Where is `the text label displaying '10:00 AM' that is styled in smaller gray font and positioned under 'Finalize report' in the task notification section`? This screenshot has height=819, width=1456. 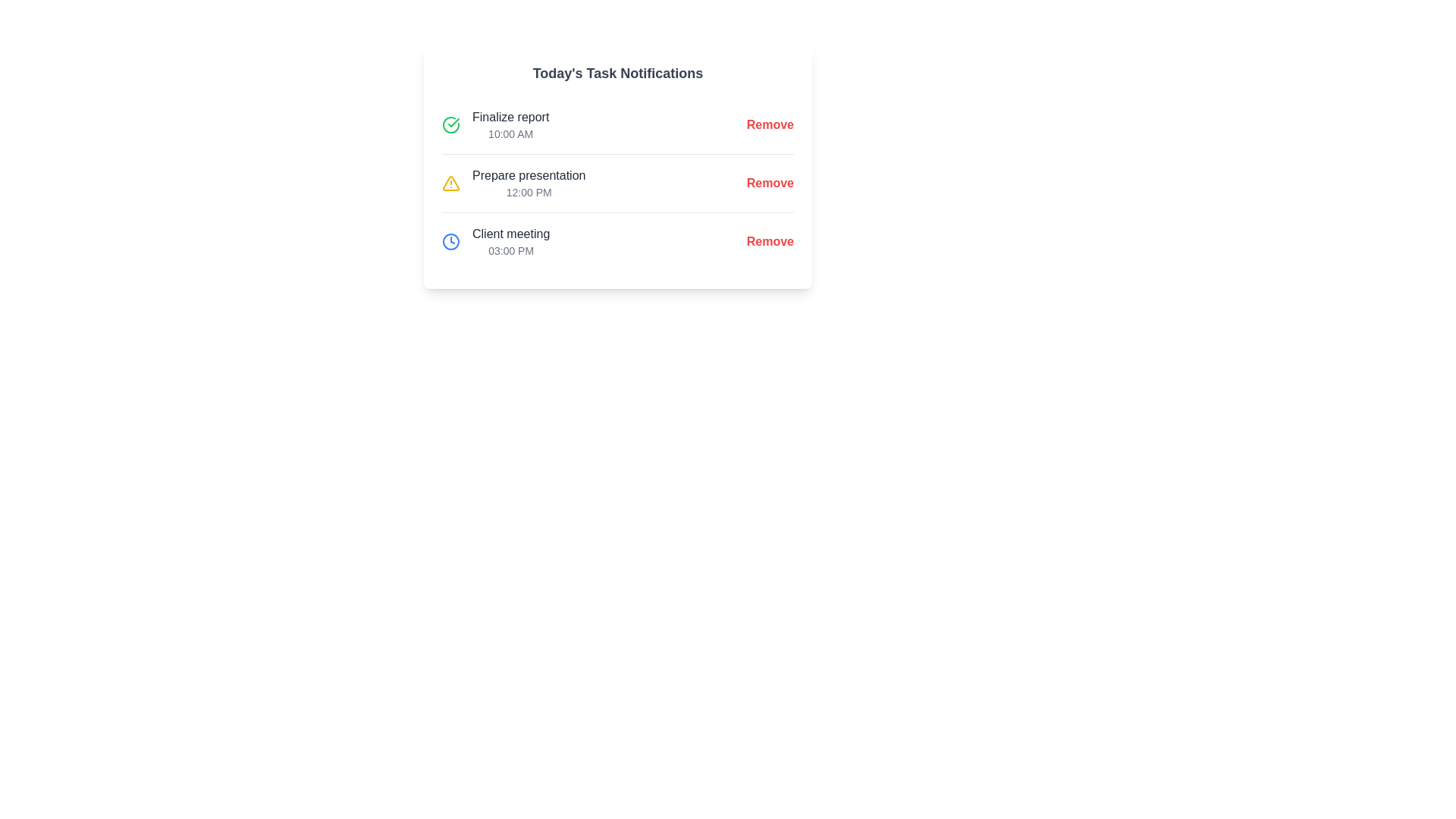 the text label displaying '10:00 AM' that is styled in smaller gray font and positioned under 'Finalize report' in the task notification section is located at coordinates (510, 133).